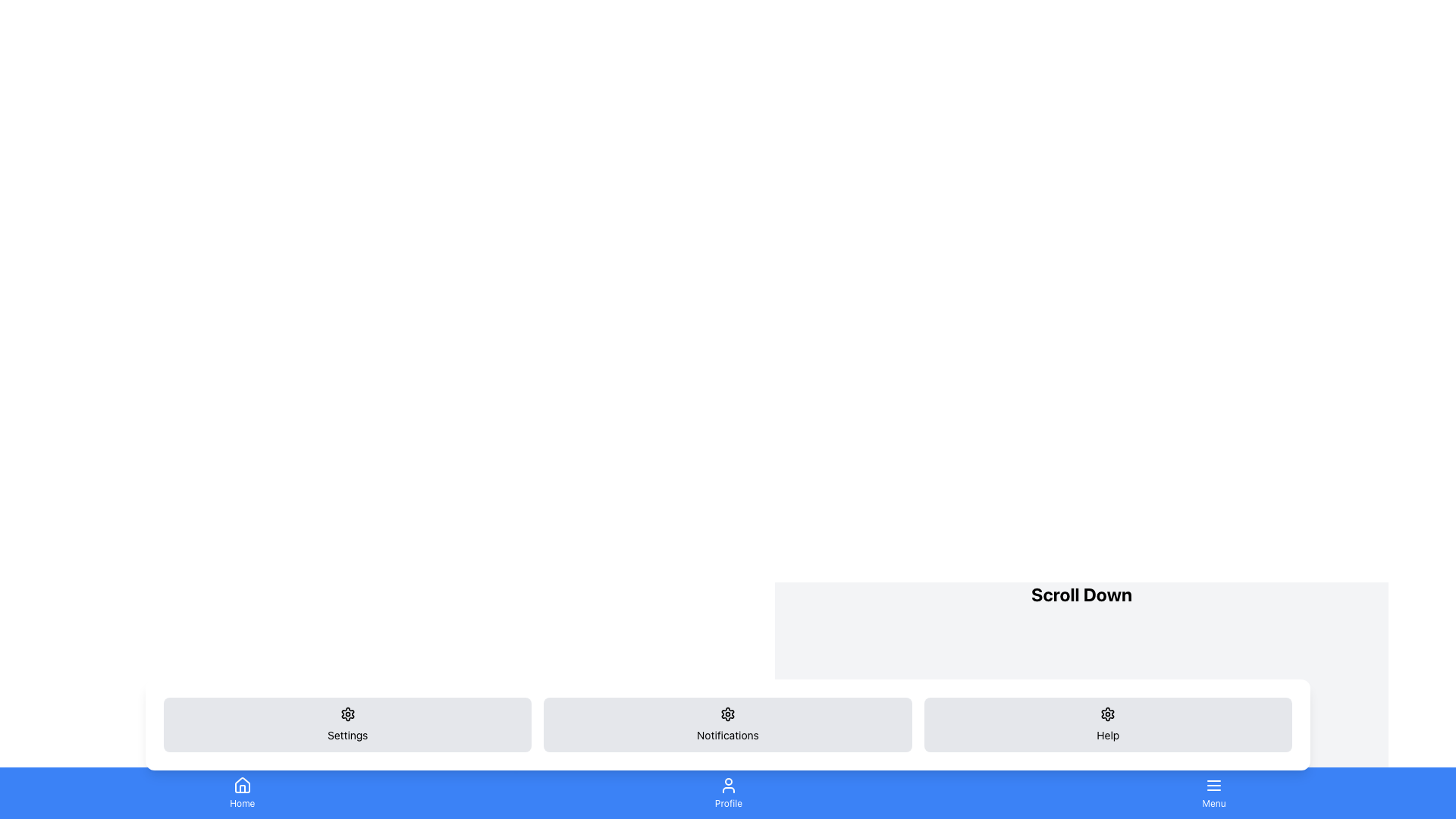  I want to click on the informational text element labeled 'Scroll Down' which prompts users, so click(1081, 593).